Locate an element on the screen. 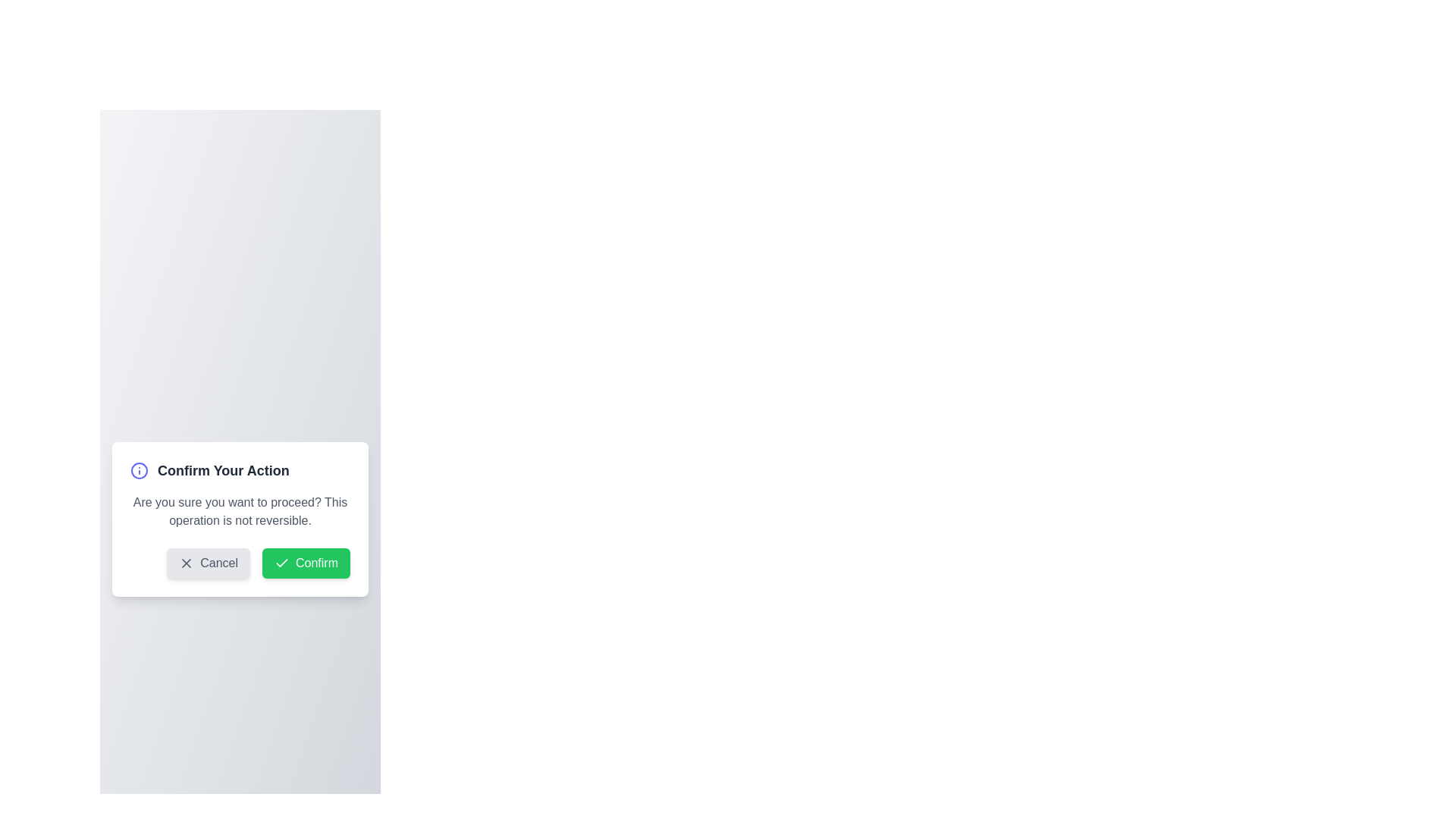 This screenshot has height=819, width=1456. the green checkmark icon located to the left of the 'Confirm' text on the green confirmation button at the bottom-right corner of the dialog box is located at coordinates (281, 563).